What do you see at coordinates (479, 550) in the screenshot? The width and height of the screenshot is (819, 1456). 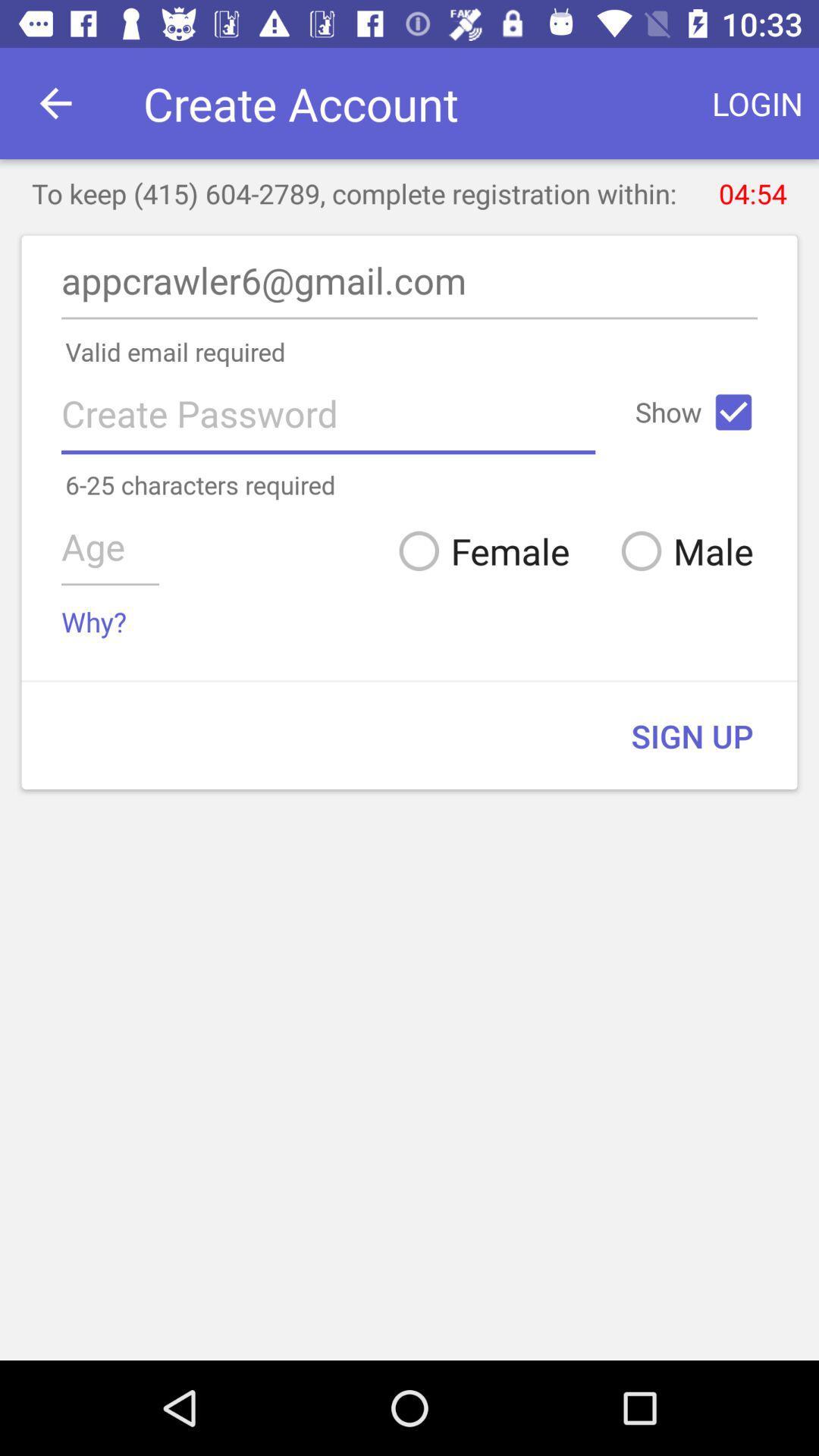 I see `the item below 6 25 characters item` at bounding box center [479, 550].